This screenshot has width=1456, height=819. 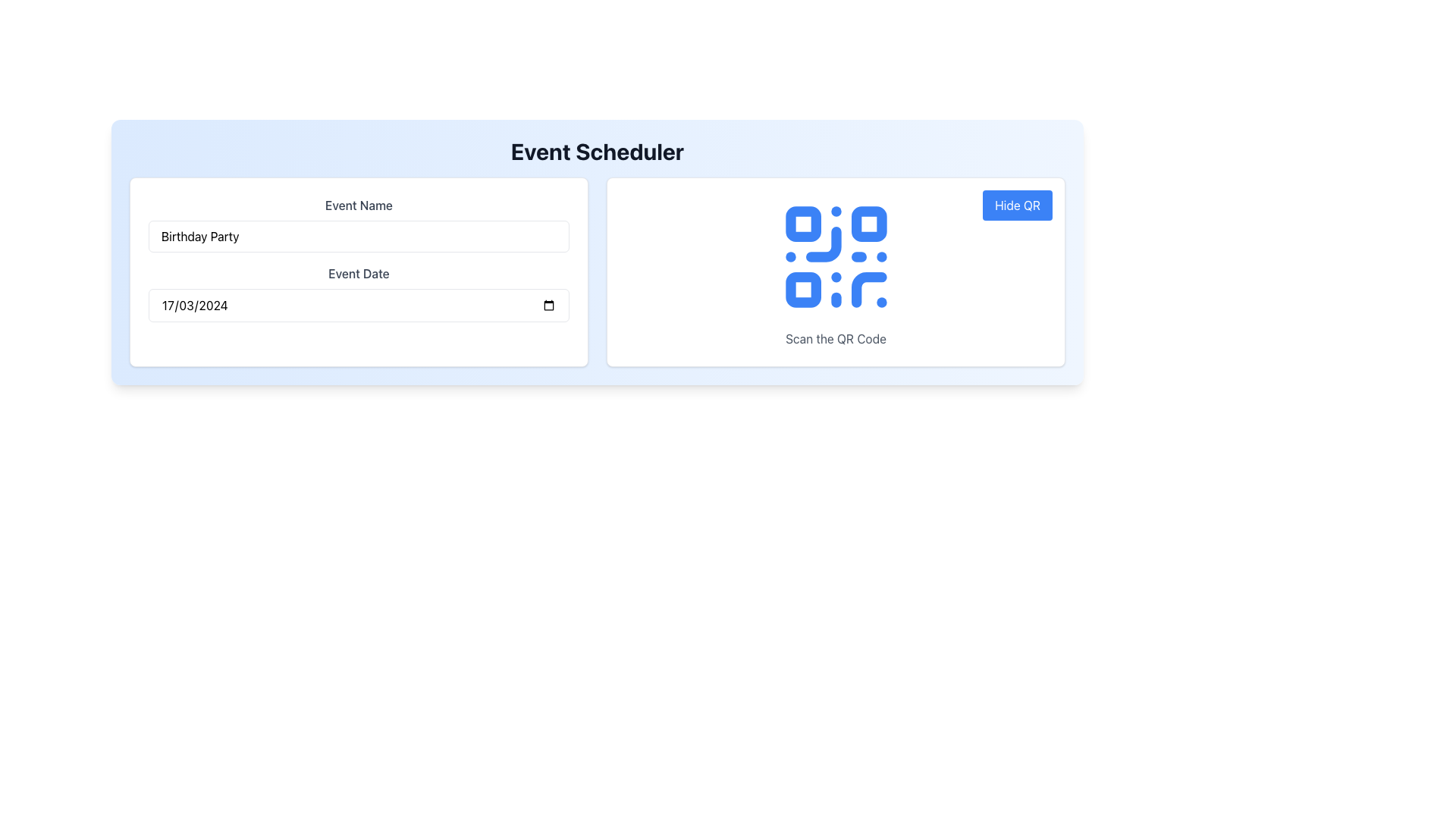 I want to click on the QR code icon, which is a blue, modern-styled icon centered above the text 'Scan the QR Code', so click(x=835, y=256).